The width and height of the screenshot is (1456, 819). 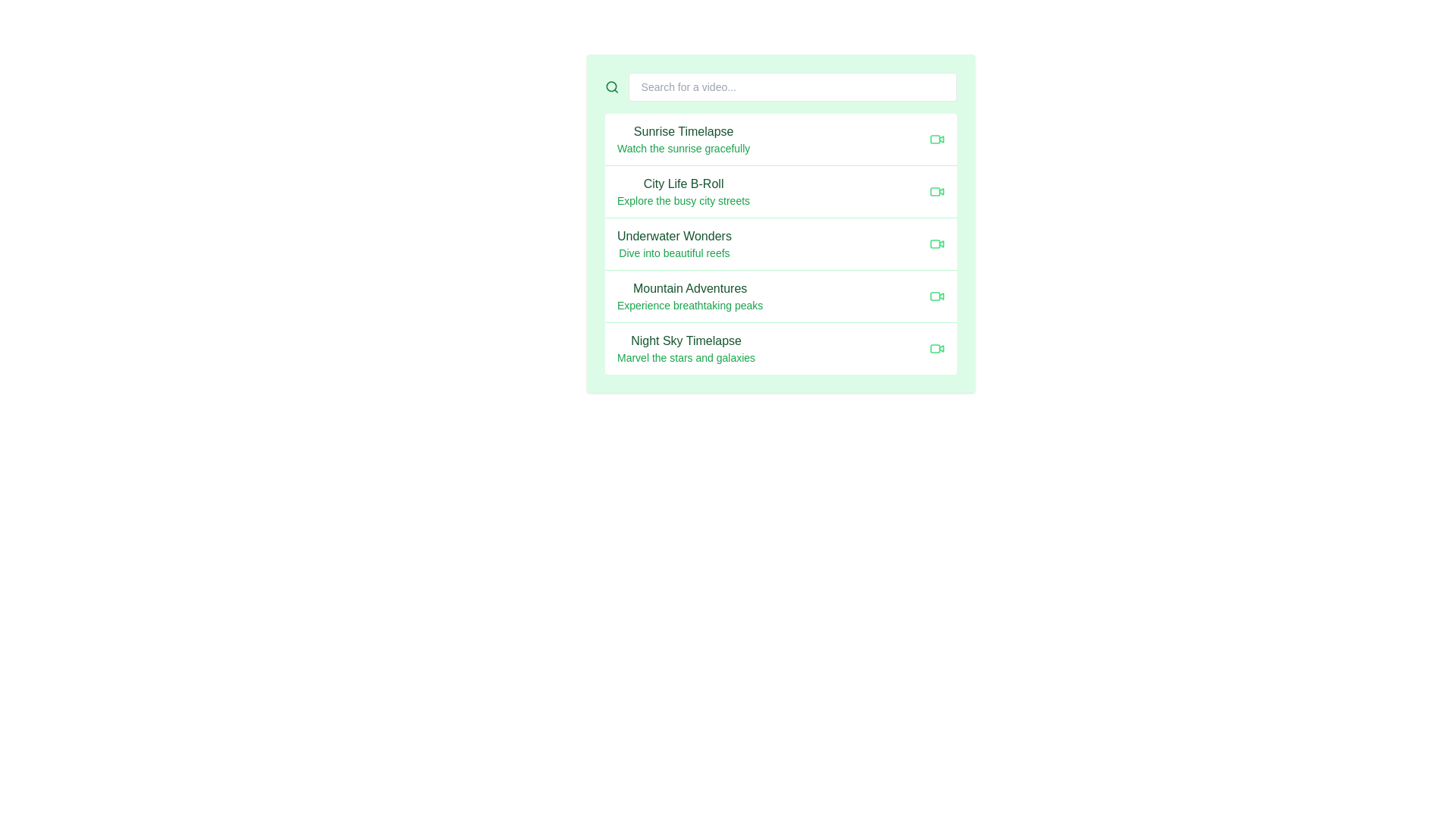 What do you see at coordinates (781, 190) in the screenshot?
I see `the List item titled 'City Life B-Roll' which displays a bold dark green title and a light green description, located in the second position of the list` at bounding box center [781, 190].